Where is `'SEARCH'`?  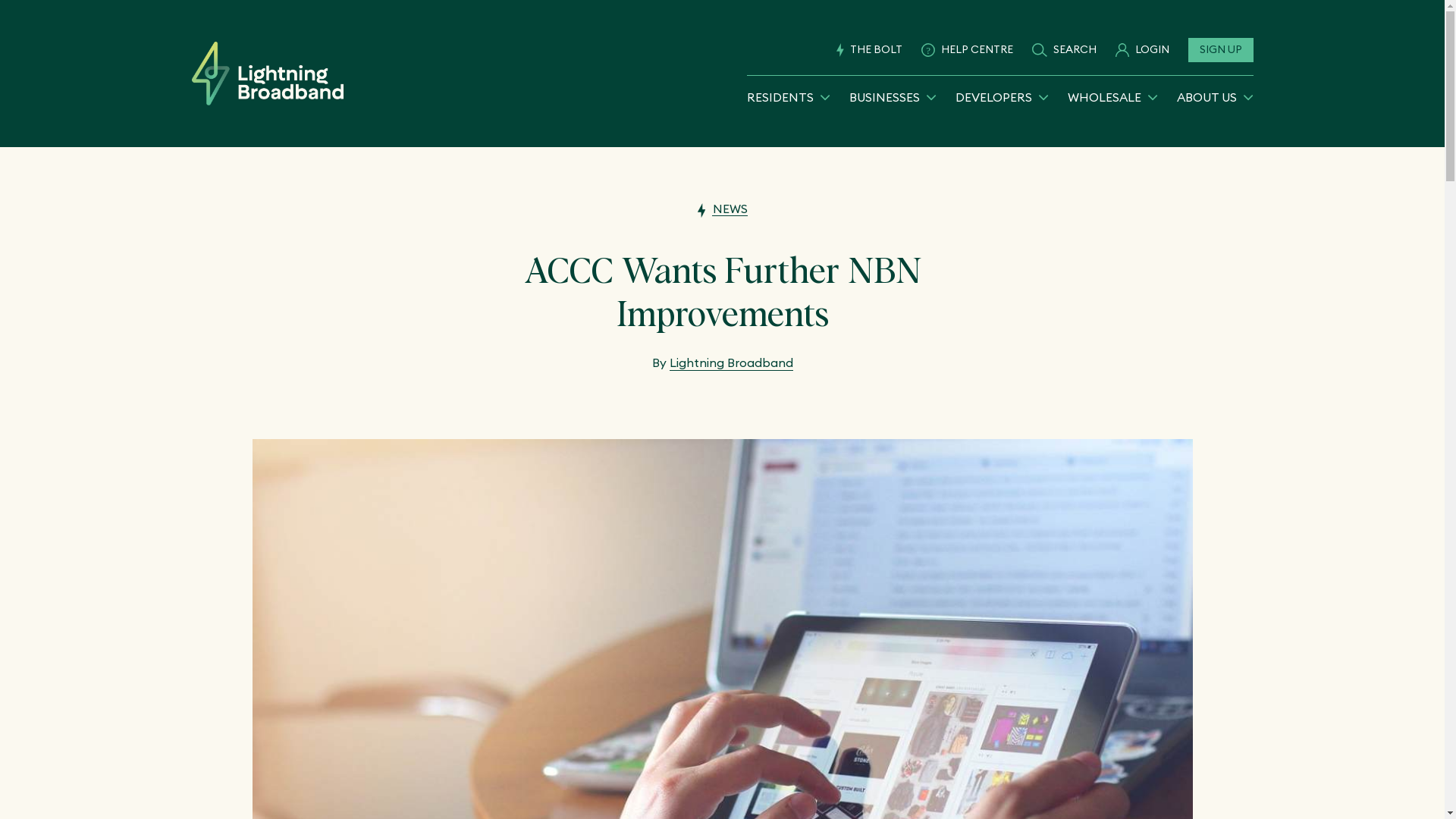 'SEARCH' is located at coordinates (1031, 49).